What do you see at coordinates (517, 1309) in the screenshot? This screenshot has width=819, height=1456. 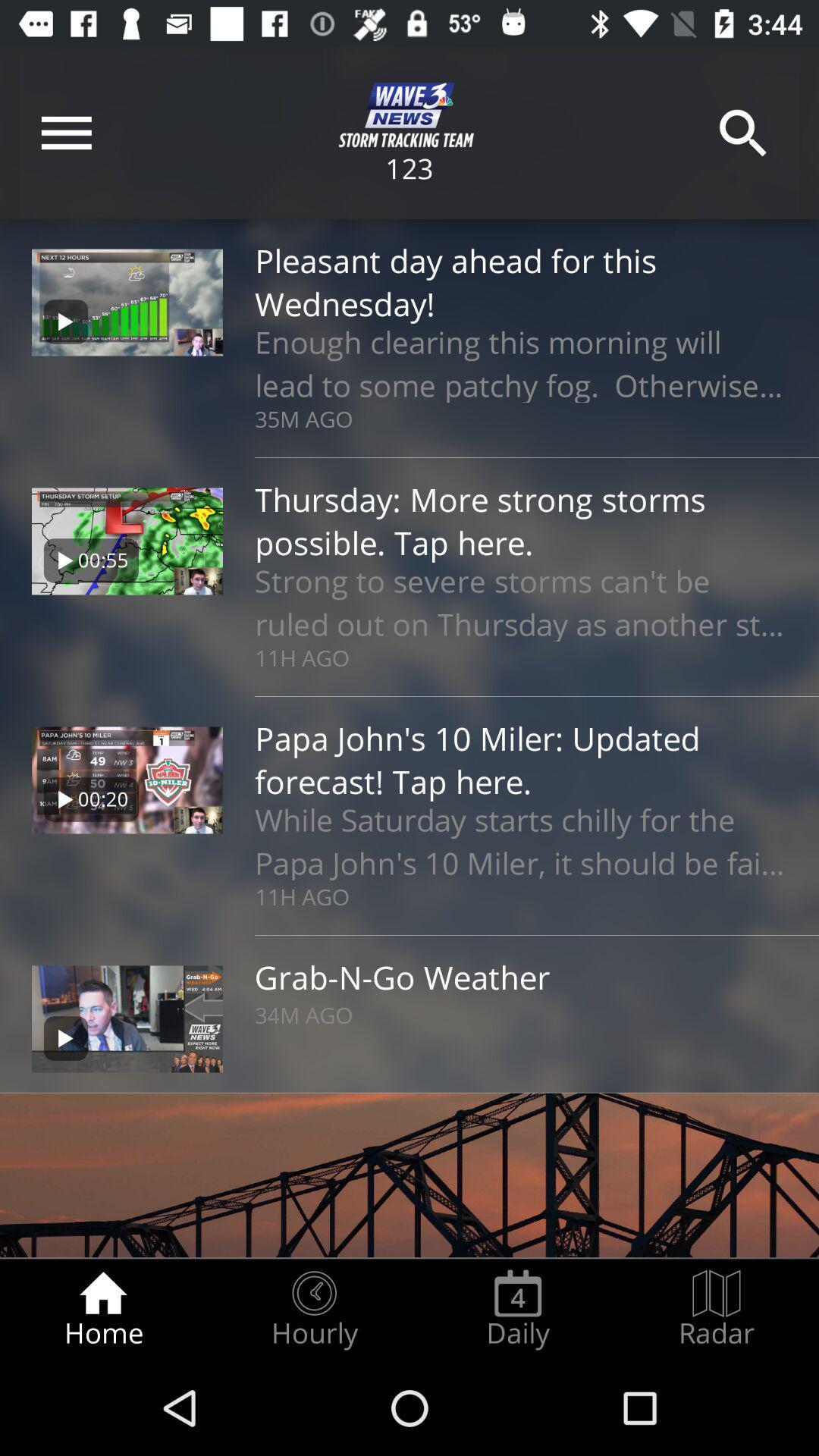 I see `daily icon` at bounding box center [517, 1309].